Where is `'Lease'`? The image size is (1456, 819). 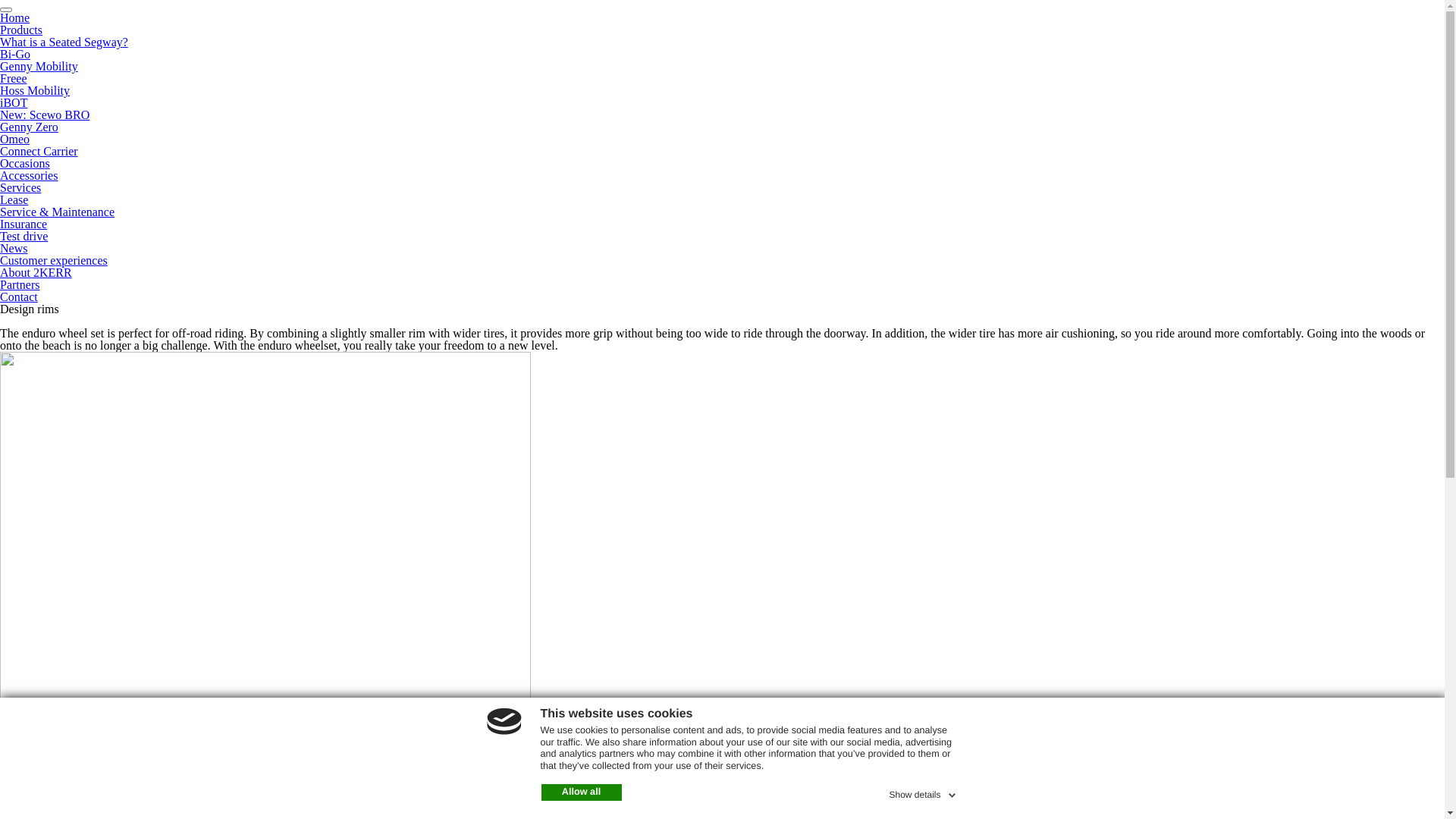
'Lease' is located at coordinates (14, 199).